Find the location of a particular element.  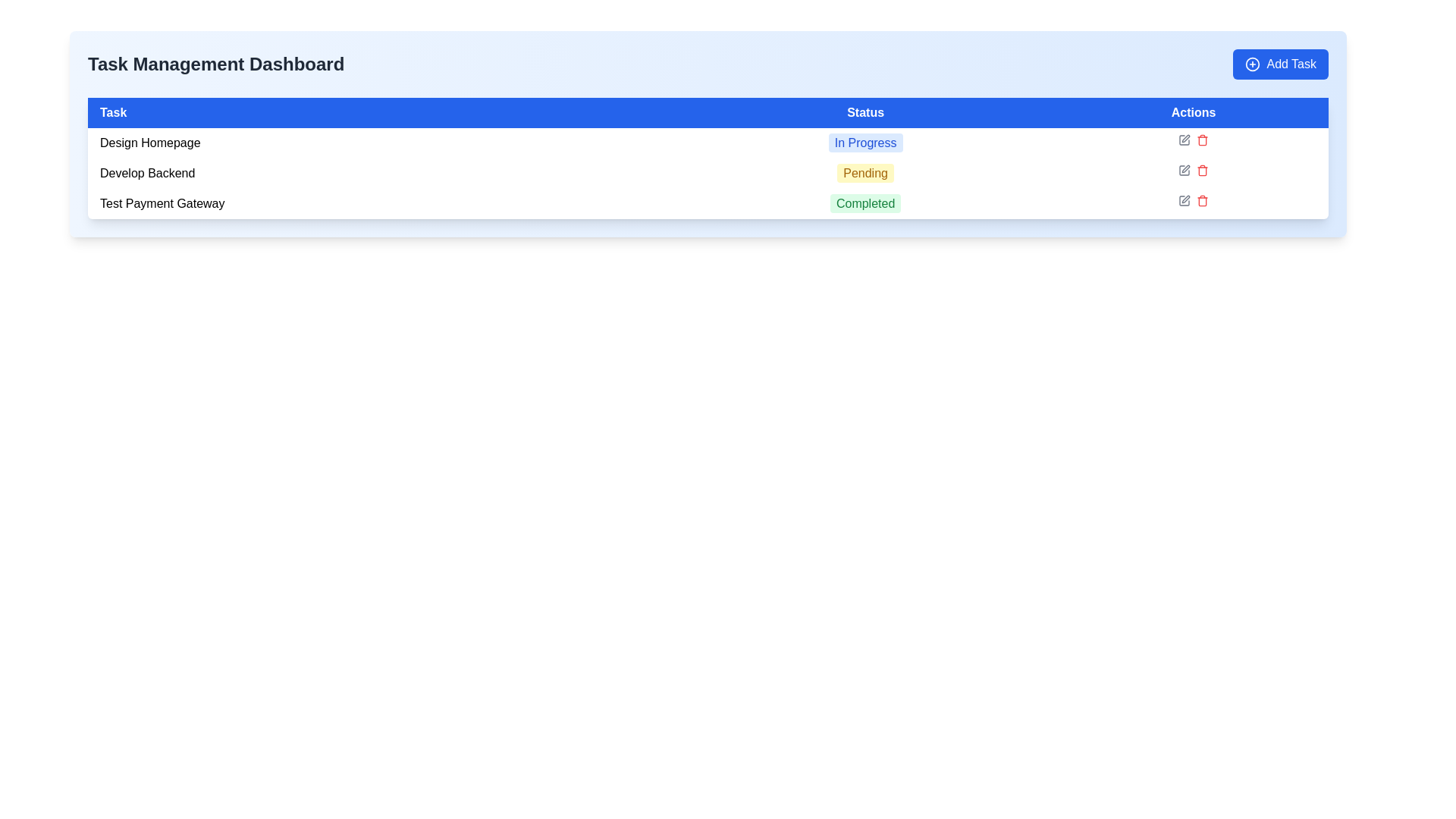

the pen icon button in the 'Actions' column, which is the first icon for the task entry 'Test Payment Gateway' is located at coordinates (1184, 200).